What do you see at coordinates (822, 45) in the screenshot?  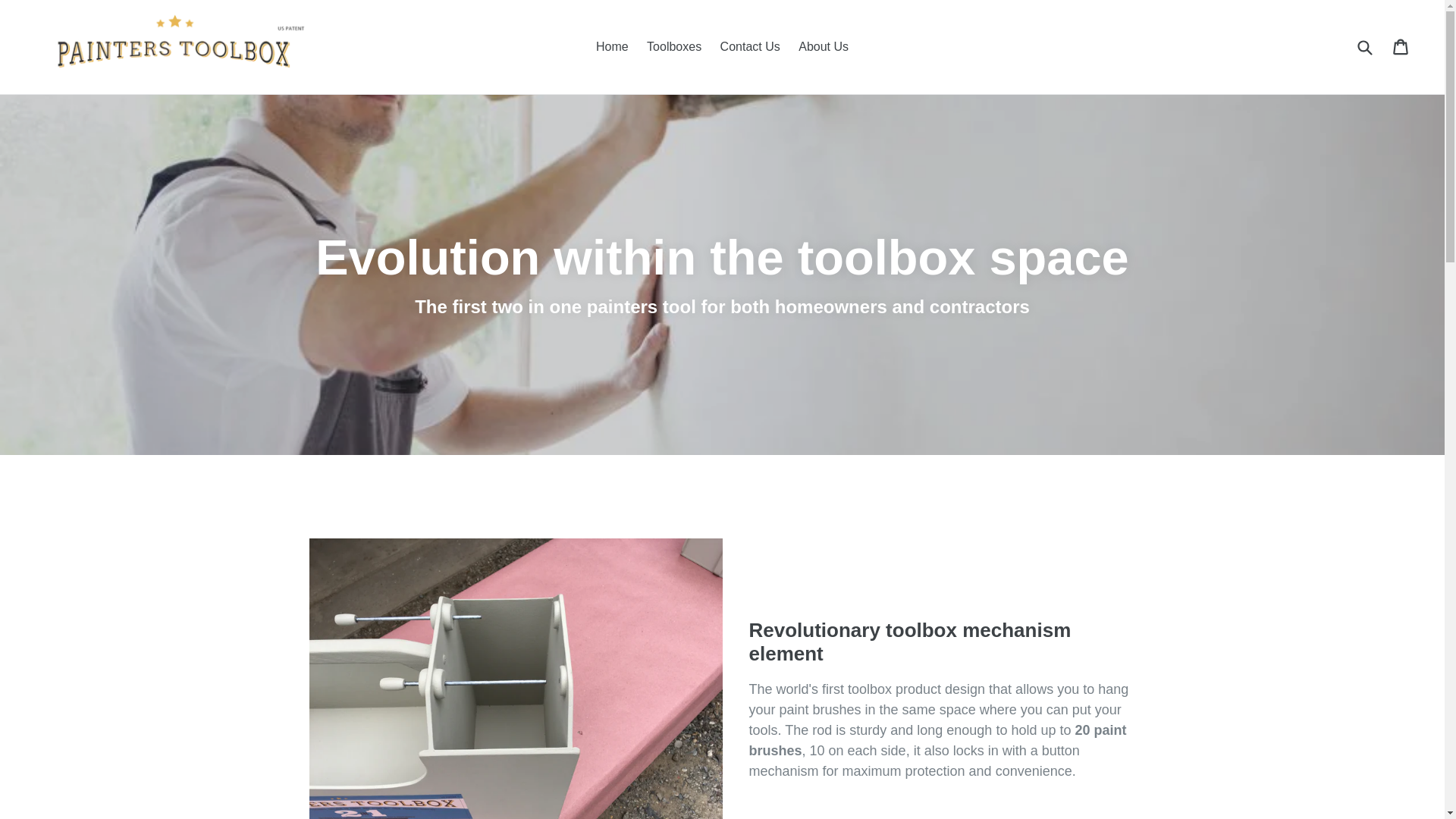 I see `'About Us'` at bounding box center [822, 45].